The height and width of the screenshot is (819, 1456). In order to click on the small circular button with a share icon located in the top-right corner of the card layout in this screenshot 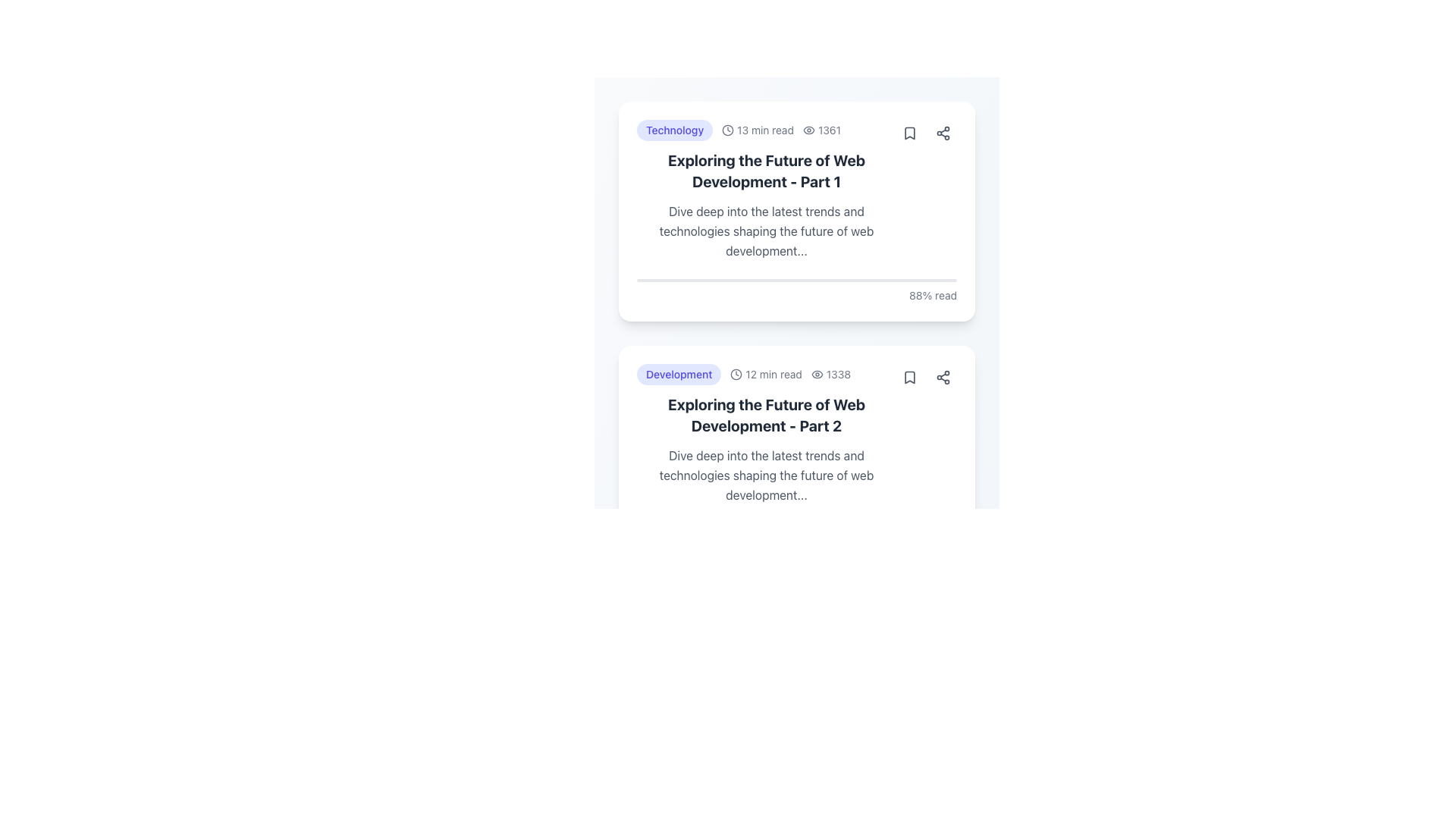, I will do `click(942, 133)`.